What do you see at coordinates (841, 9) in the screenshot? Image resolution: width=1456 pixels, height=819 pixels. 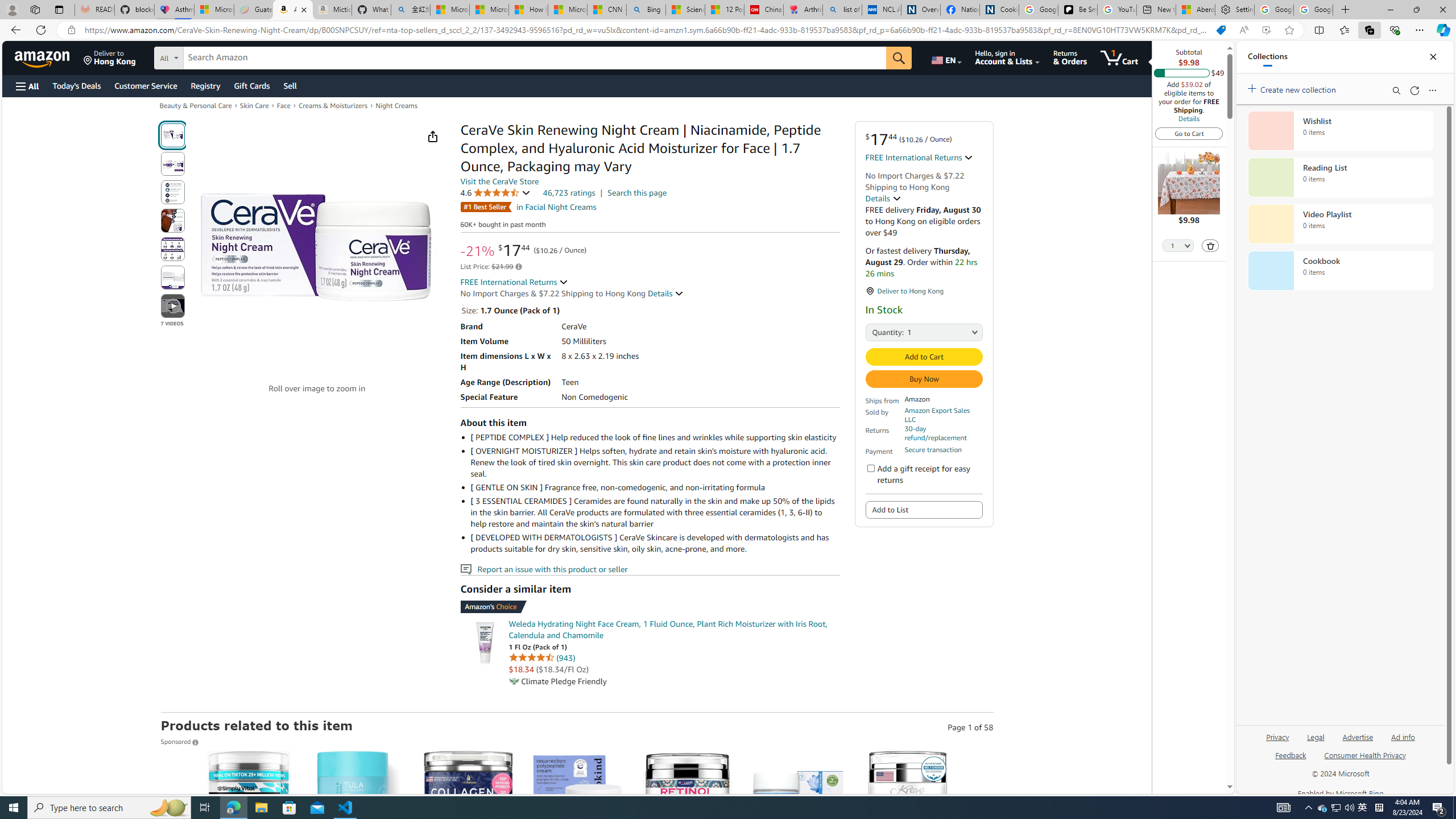 I see `'list of asthma inhalers uk - Search'` at bounding box center [841, 9].